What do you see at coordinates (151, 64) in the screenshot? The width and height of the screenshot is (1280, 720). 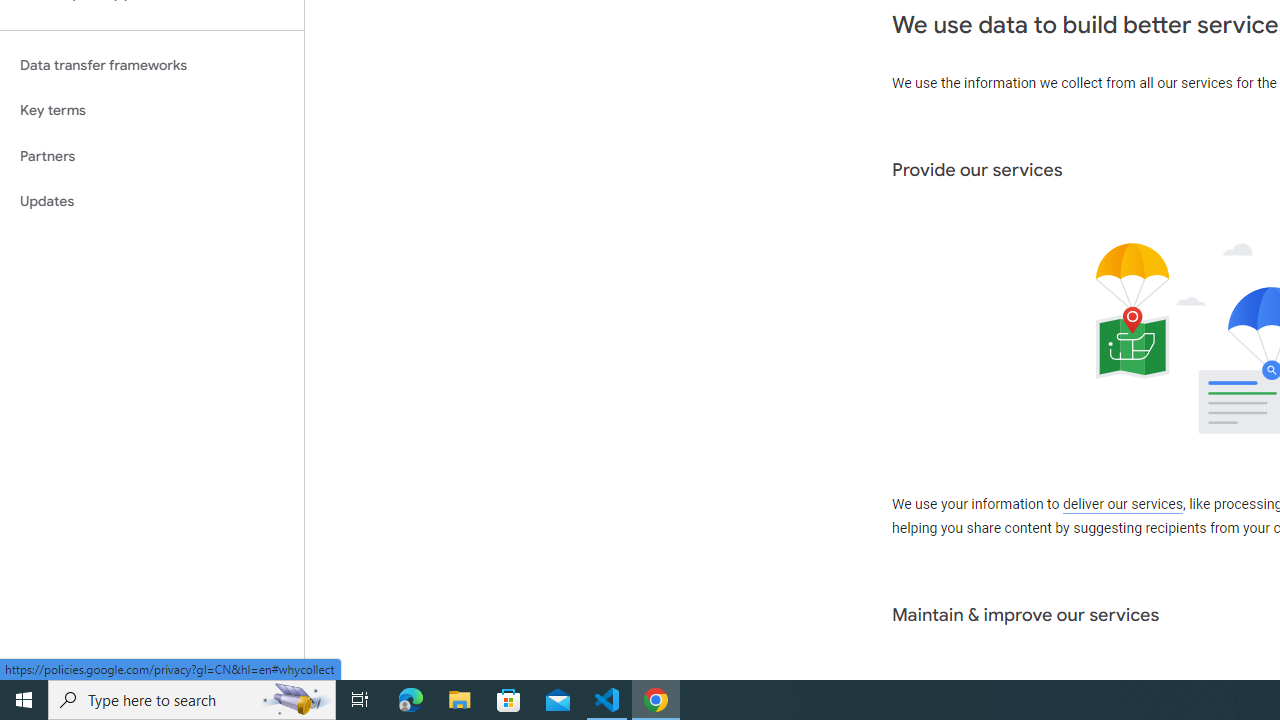 I see `'Data transfer frameworks'` at bounding box center [151, 64].